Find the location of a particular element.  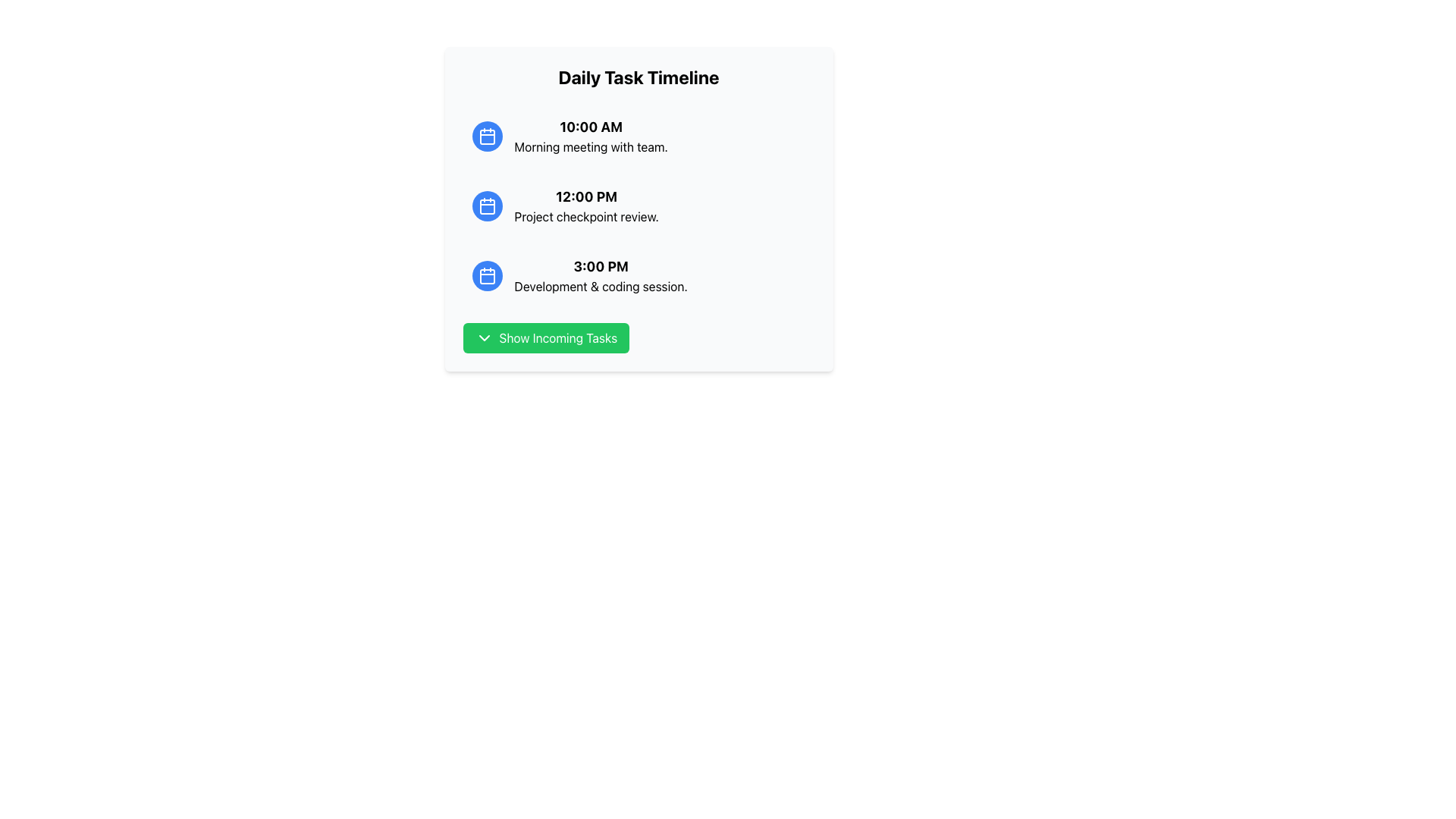

the static text element displaying 'Morning meeting with team.' which is positioned below the '10:00 AM' timestamp in the vertical timeline is located at coordinates (590, 146).